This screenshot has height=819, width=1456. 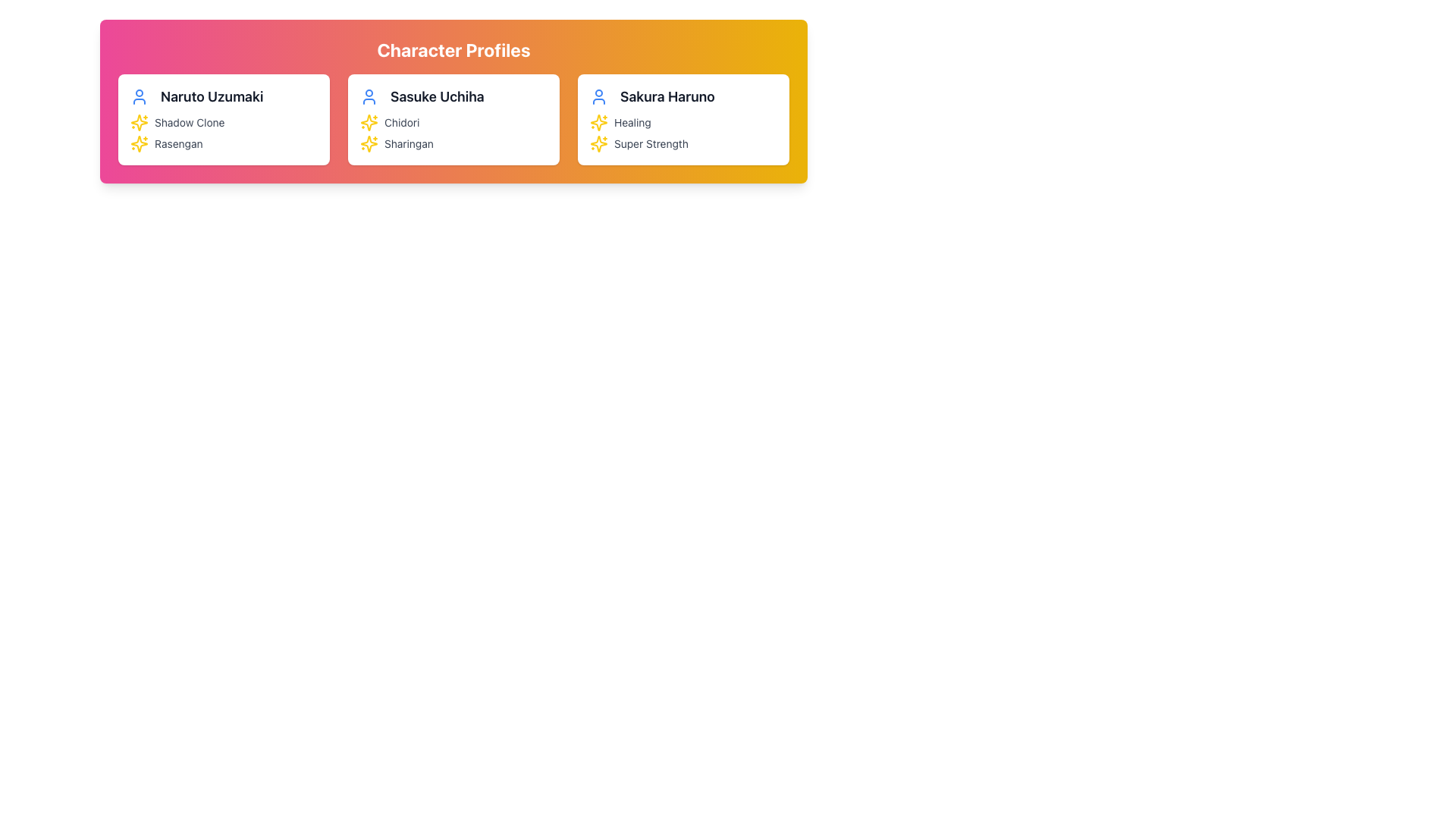 What do you see at coordinates (598, 143) in the screenshot?
I see `the visual design of the small yellow sparkles icon located next to the text 'Super Strength' in the 'Sakura Haruno' card` at bounding box center [598, 143].